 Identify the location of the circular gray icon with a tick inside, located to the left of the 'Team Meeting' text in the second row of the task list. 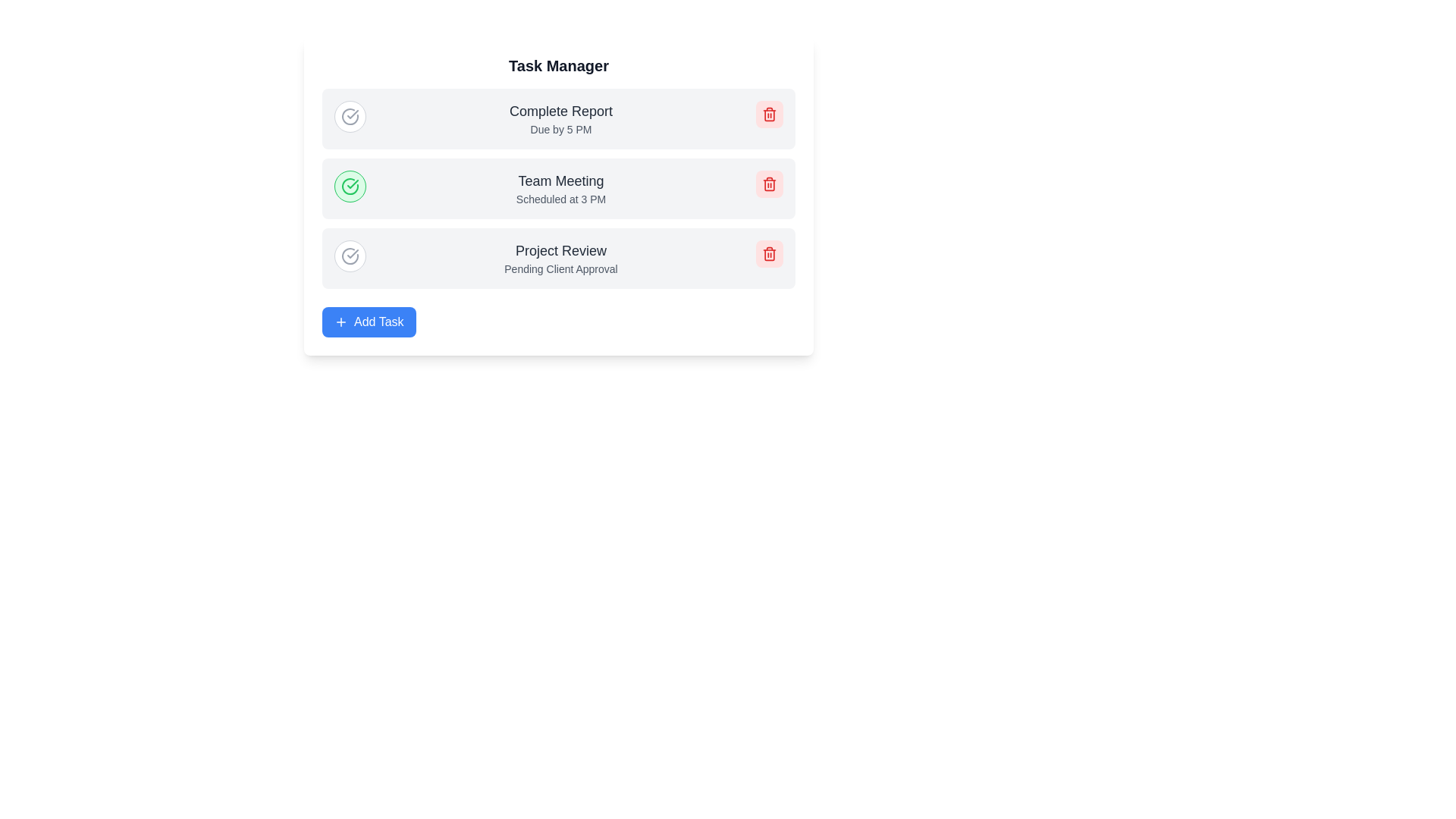
(349, 256).